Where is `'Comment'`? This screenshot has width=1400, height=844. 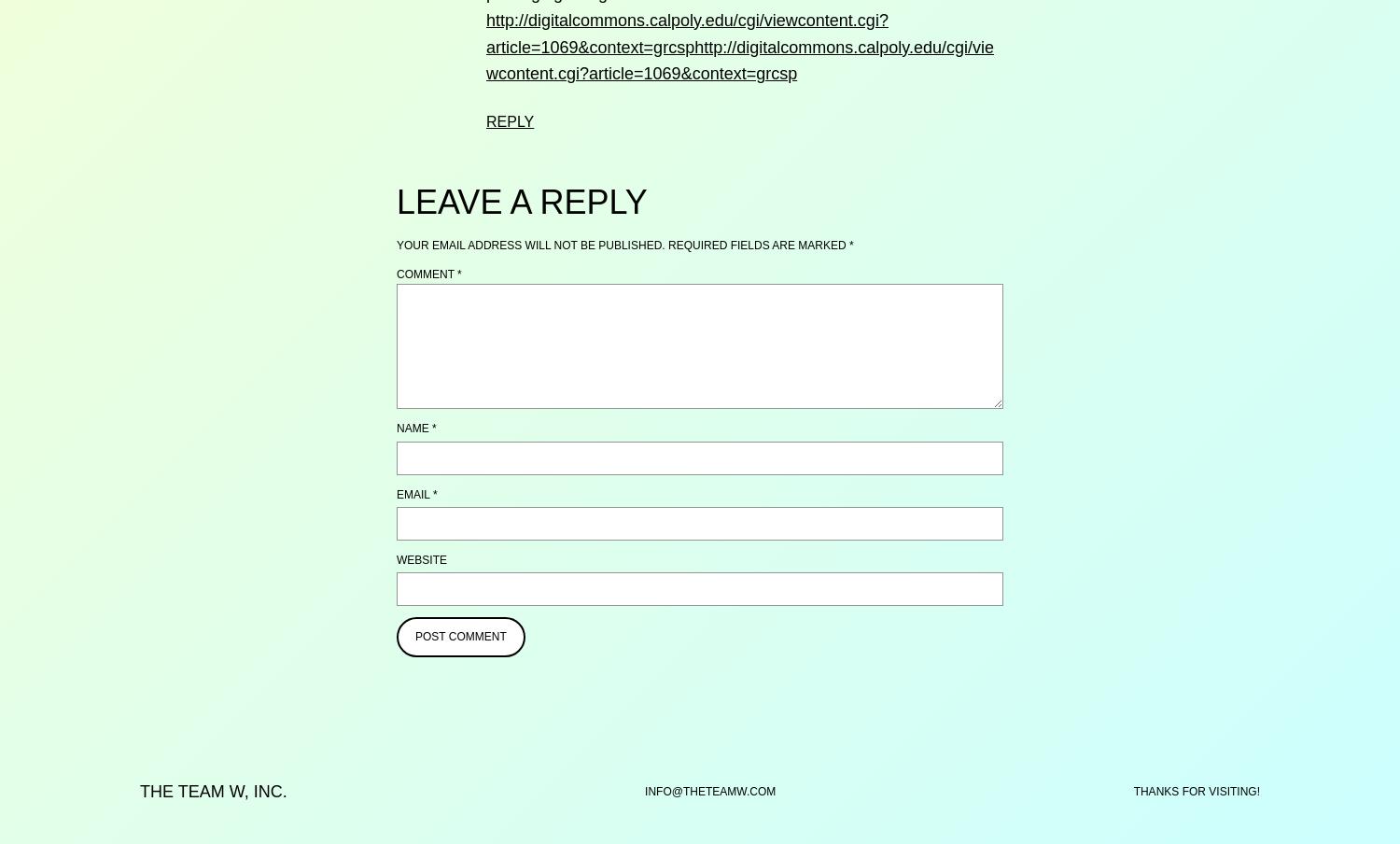 'Comment' is located at coordinates (426, 274).